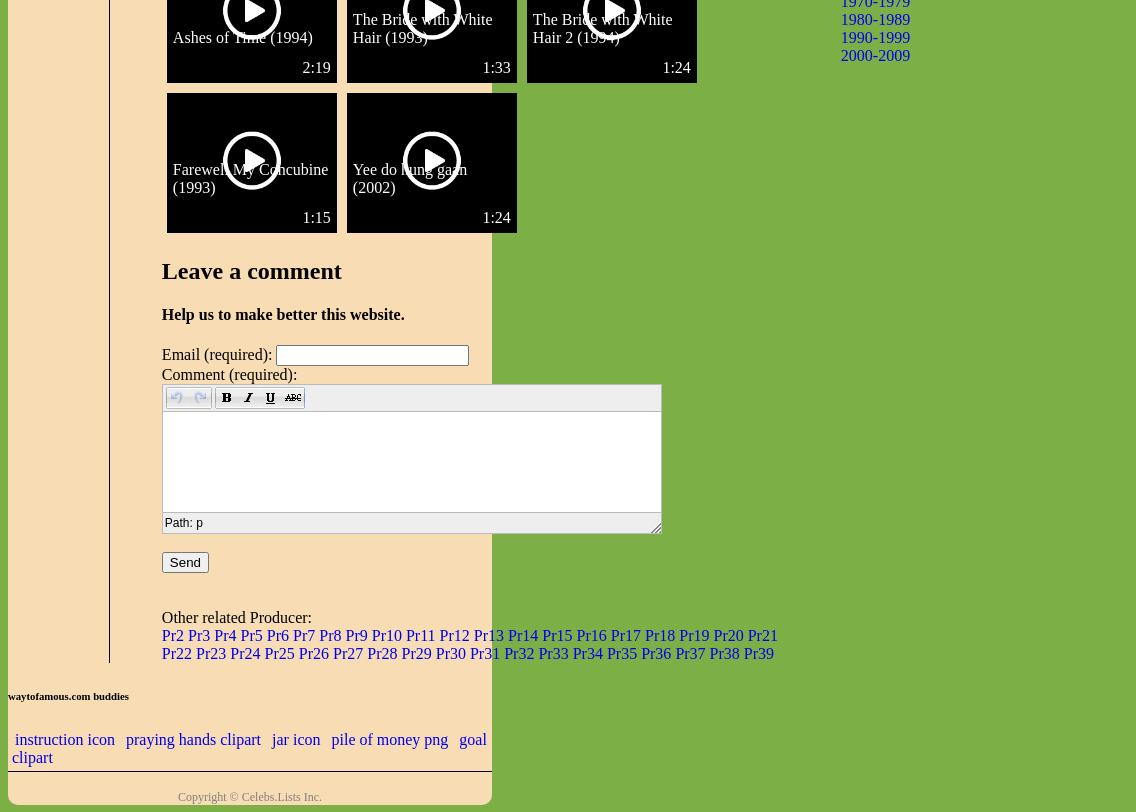 The height and width of the screenshot is (812, 1136). Describe the element at coordinates (722, 653) in the screenshot. I see `'Pr38'` at that location.